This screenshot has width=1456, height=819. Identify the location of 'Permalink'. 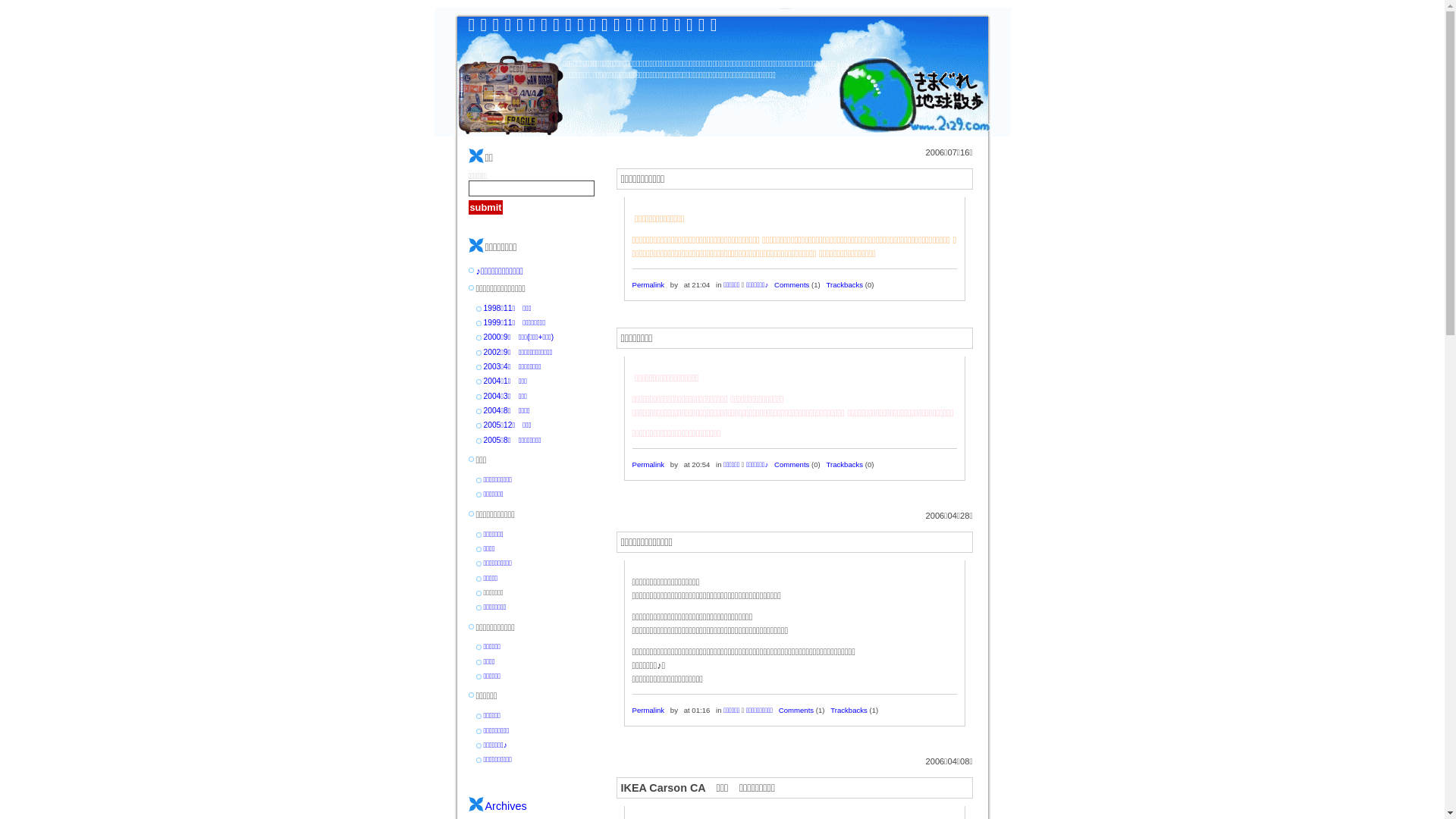
(648, 284).